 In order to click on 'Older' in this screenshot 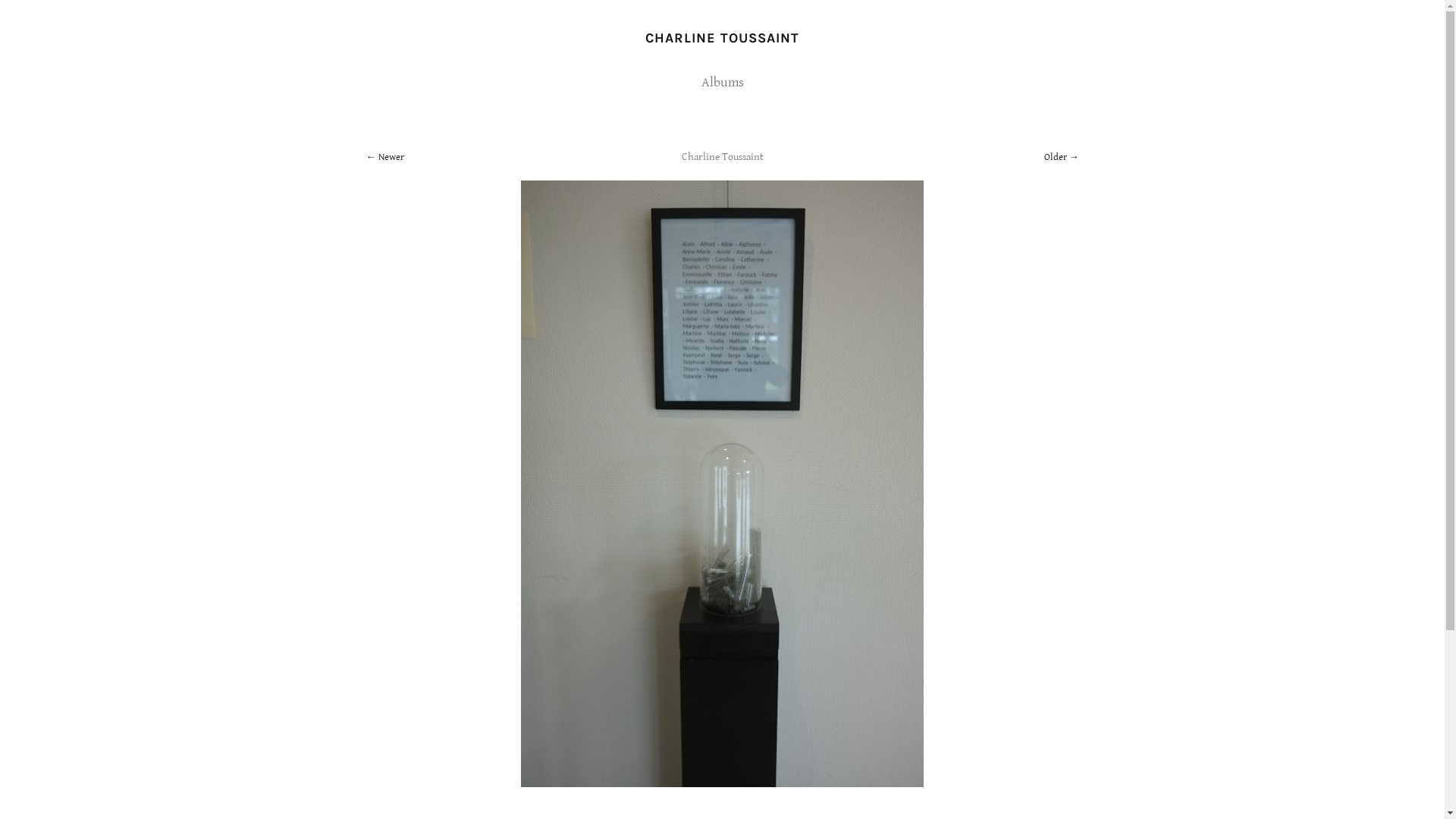, I will do `click(1059, 157)`.